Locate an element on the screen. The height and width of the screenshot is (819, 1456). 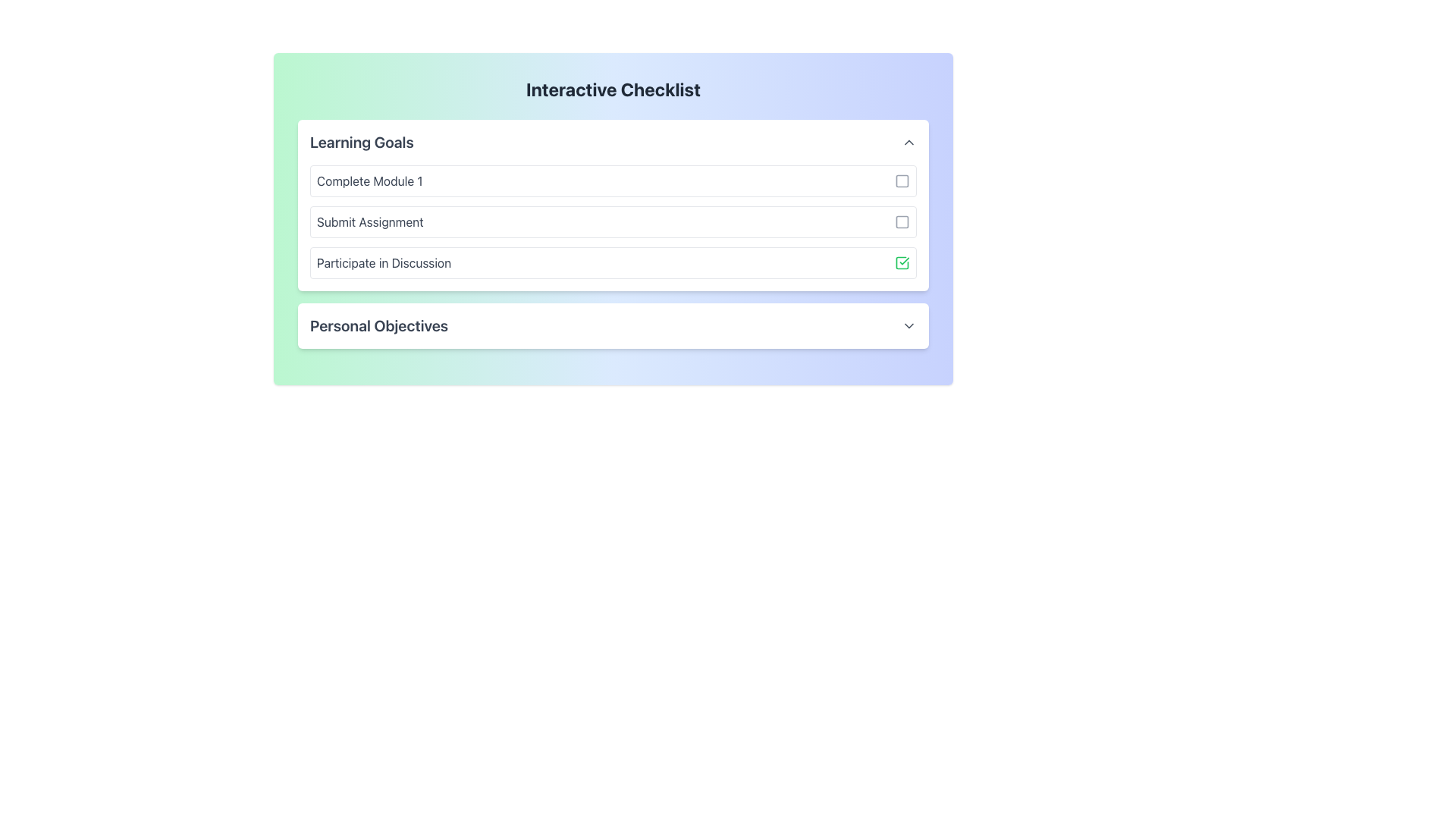
the inner square of the checkbox for the 'Complete Module 1' entry in the 'Learning Goals' section is located at coordinates (902, 180).